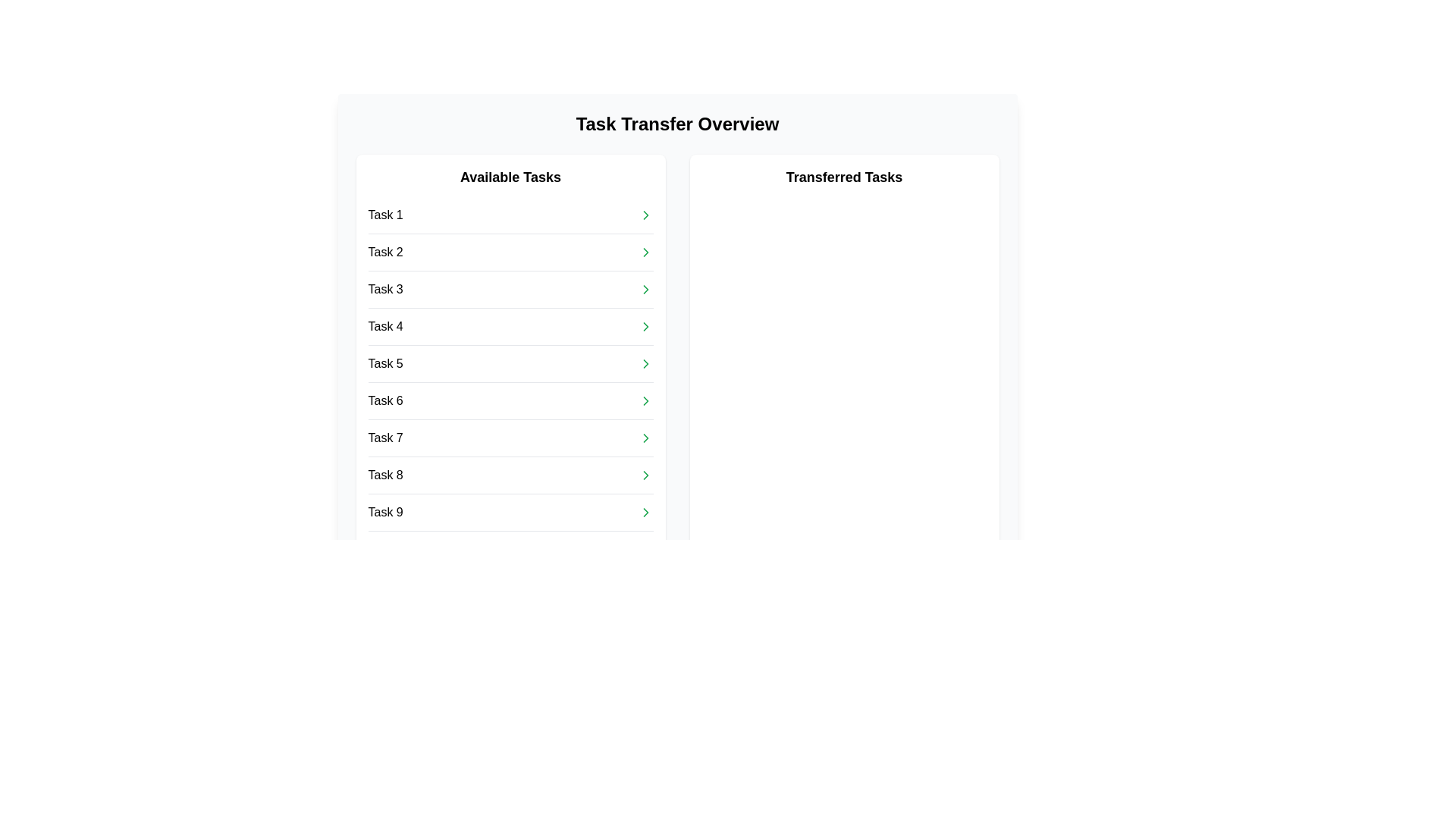 Image resolution: width=1456 pixels, height=819 pixels. Describe the element at coordinates (645, 289) in the screenshot. I see `the icon button at the right end of the 'Task 3' row in the 'Available Tasks' column to initiate navigation or action` at that location.